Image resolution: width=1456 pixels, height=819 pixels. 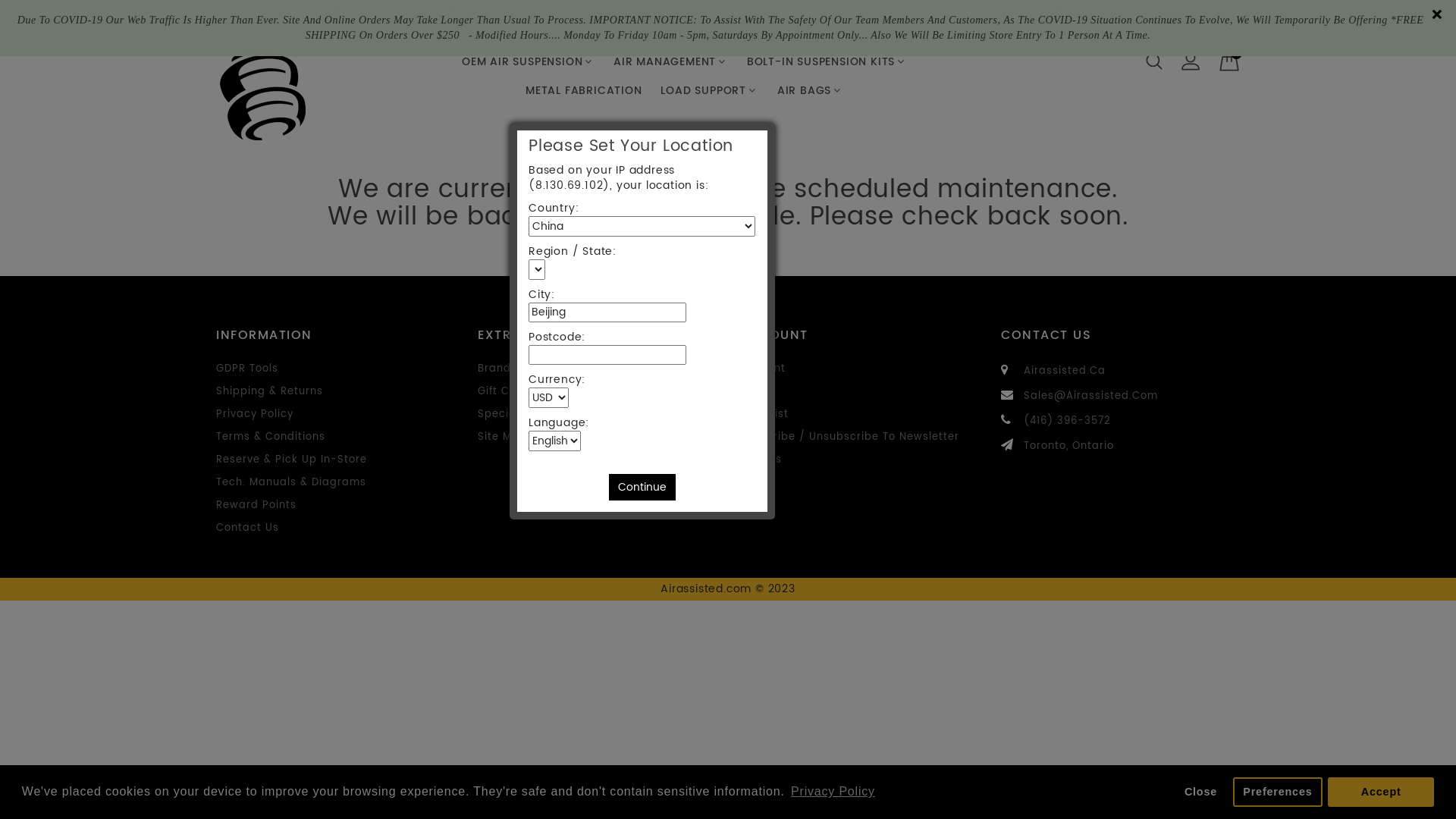 I want to click on 'Brands', so click(x=497, y=369).